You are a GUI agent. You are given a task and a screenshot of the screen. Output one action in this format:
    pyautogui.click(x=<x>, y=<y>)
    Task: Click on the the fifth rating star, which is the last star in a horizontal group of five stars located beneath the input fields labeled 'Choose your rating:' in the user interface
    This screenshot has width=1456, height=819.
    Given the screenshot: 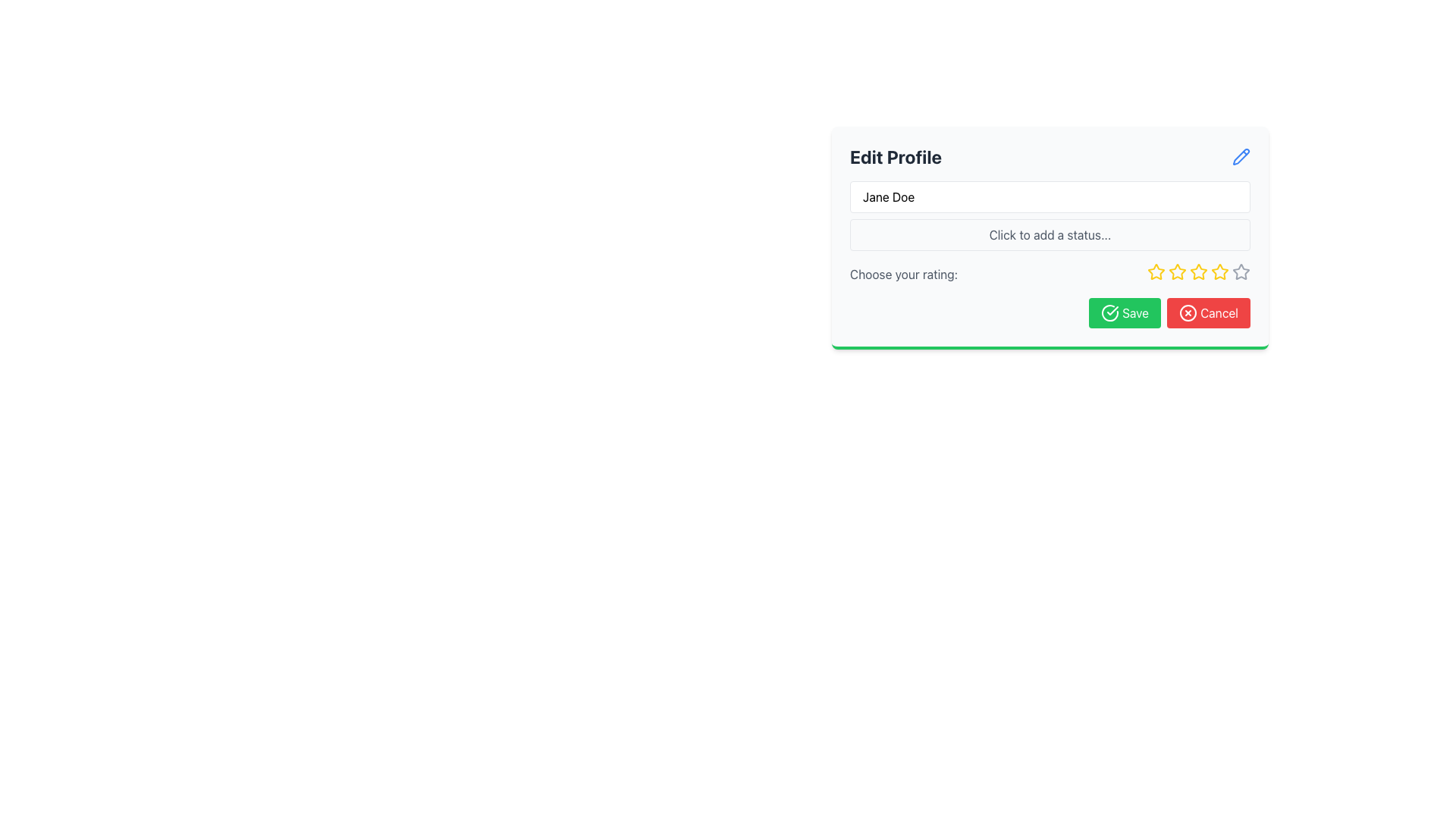 What is the action you would take?
    pyautogui.click(x=1241, y=271)
    